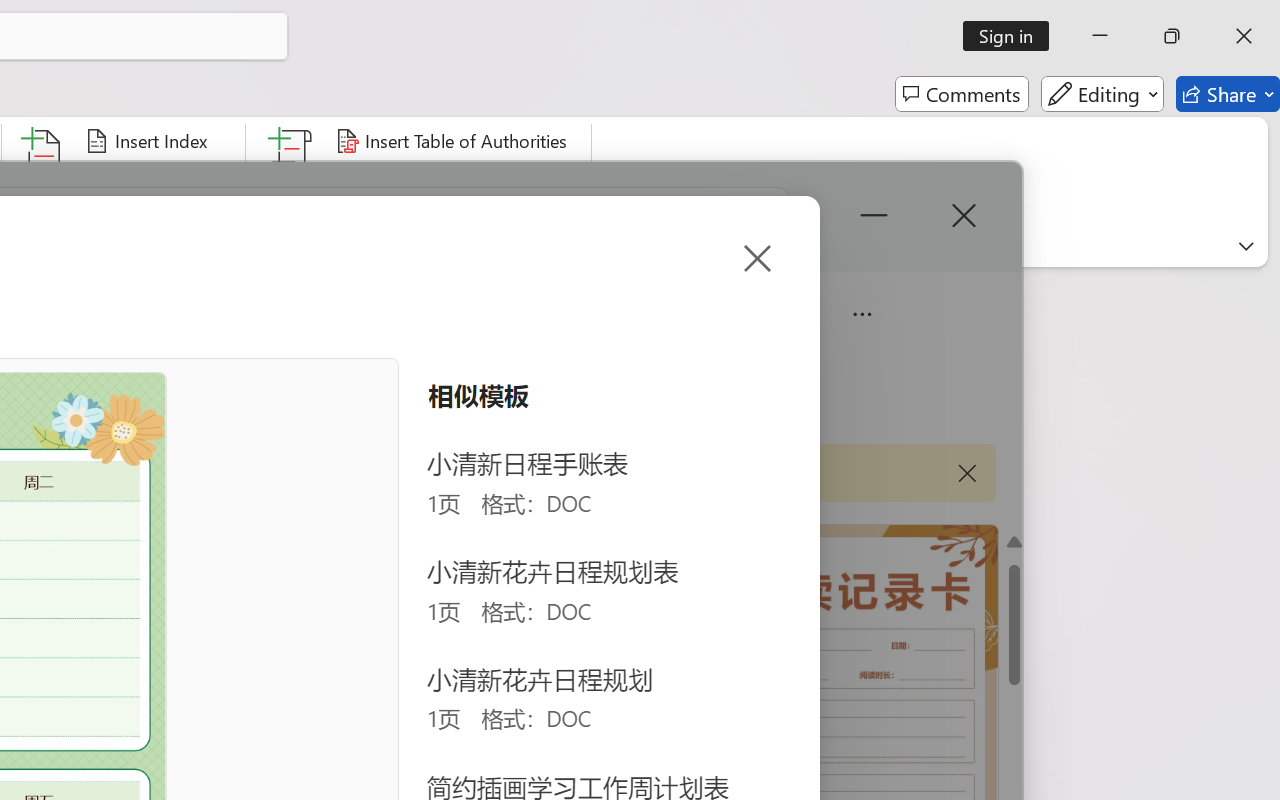  I want to click on 'Insert Index...', so click(148, 141).